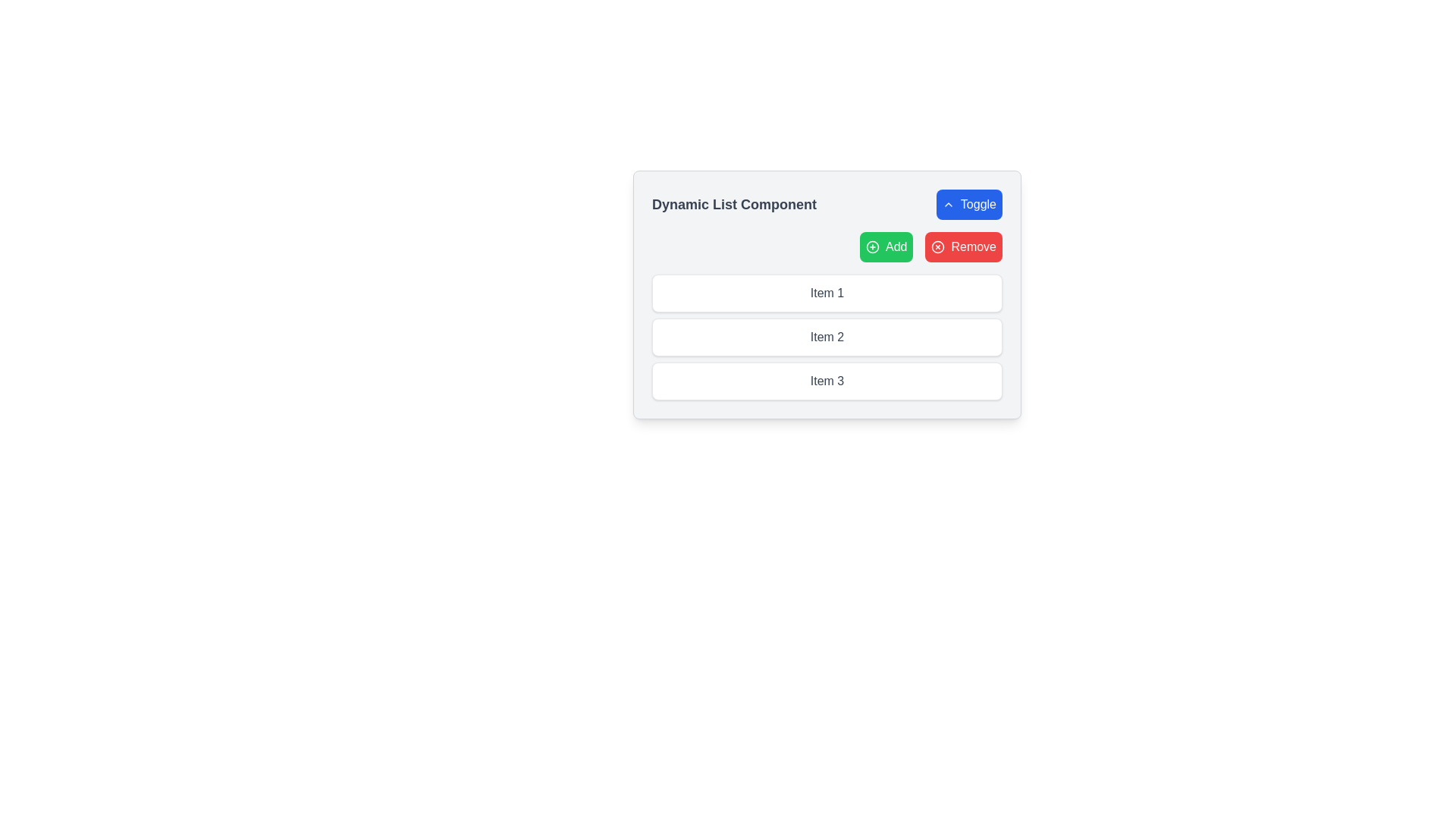  Describe the element at coordinates (937, 246) in the screenshot. I see `the 'Remove' icon, which is positioned to the left of the text 'Remove' in the primary interface area under the heading 'Dynamic List Component'` at that location.